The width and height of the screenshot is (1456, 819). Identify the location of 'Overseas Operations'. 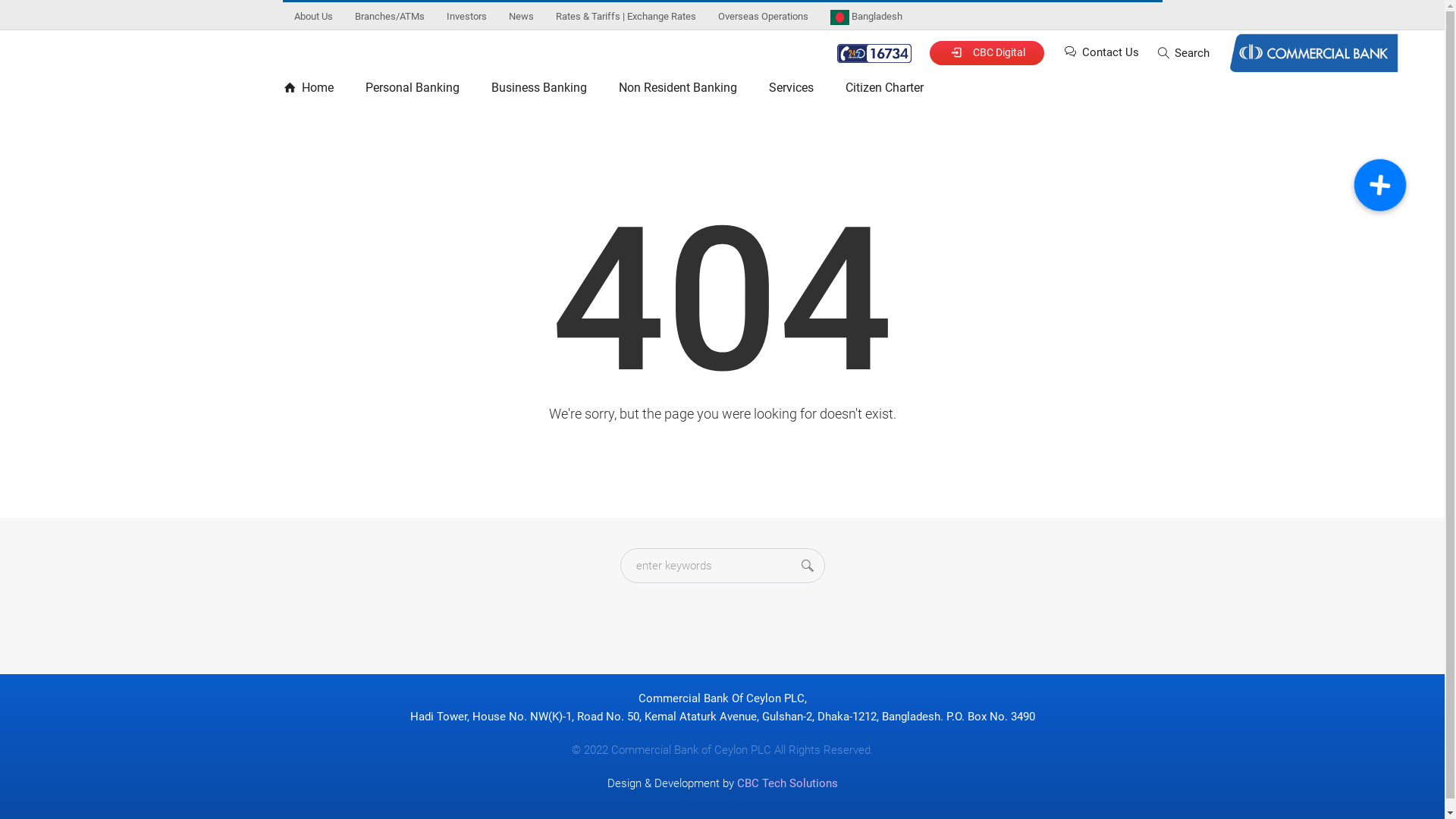
(762, 16).